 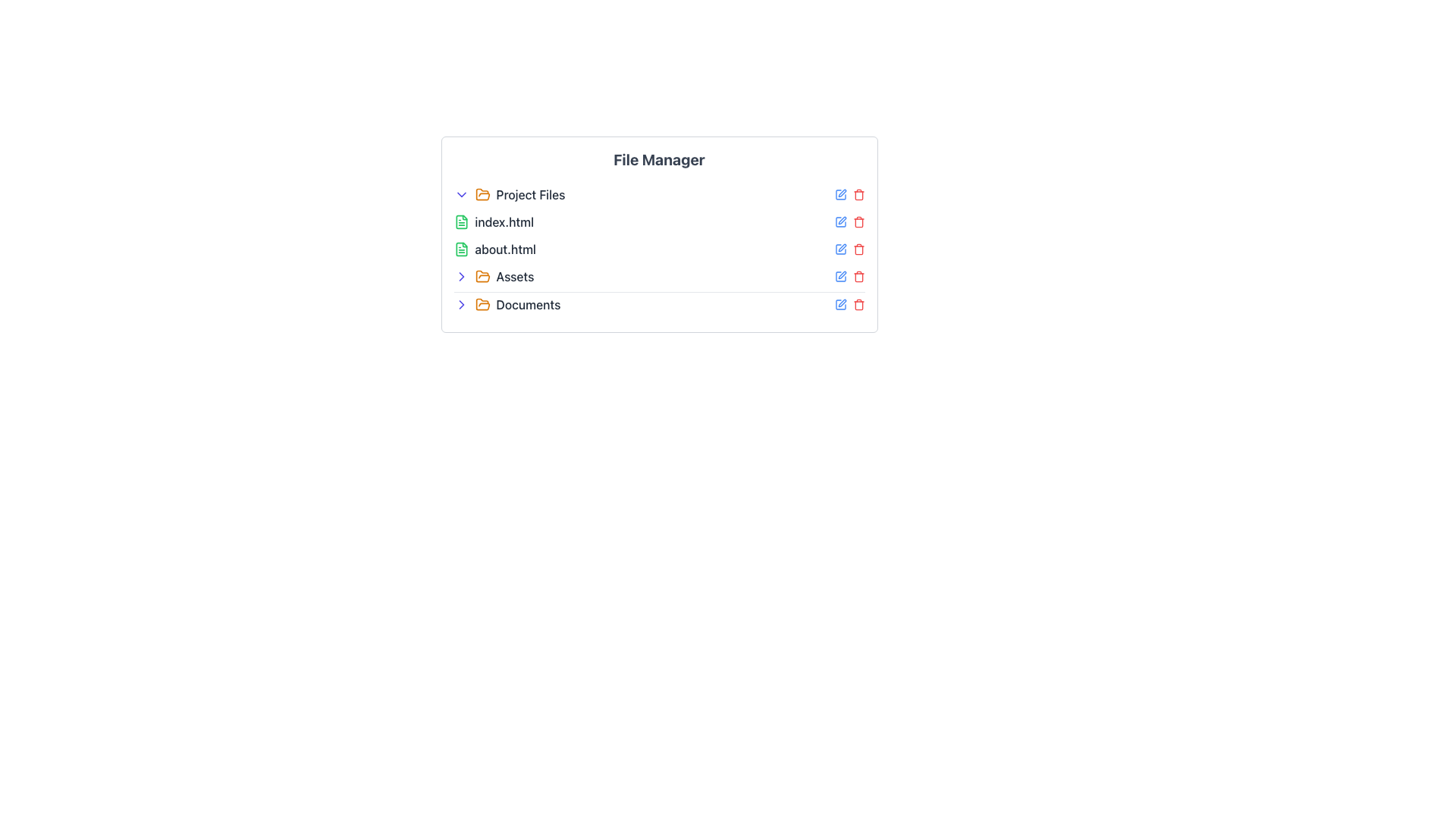 I want to click on the delete button located at the top-right corner of the first row in the File Manager, which is the second button following the blue edit icon, so click(x=858, y=194).